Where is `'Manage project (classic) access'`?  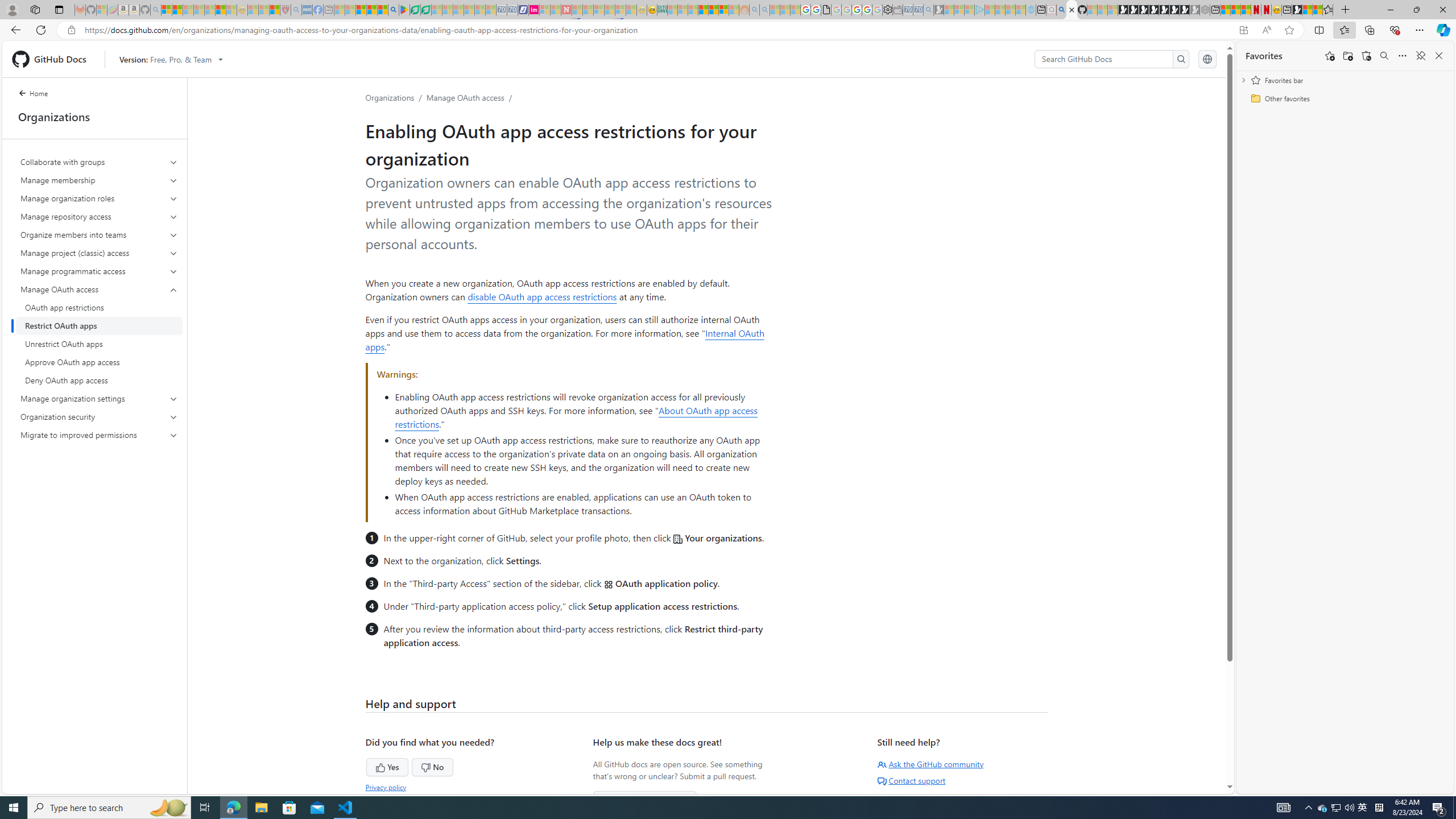 'Manage project (classic) access' is located at coordinates (100, 253).